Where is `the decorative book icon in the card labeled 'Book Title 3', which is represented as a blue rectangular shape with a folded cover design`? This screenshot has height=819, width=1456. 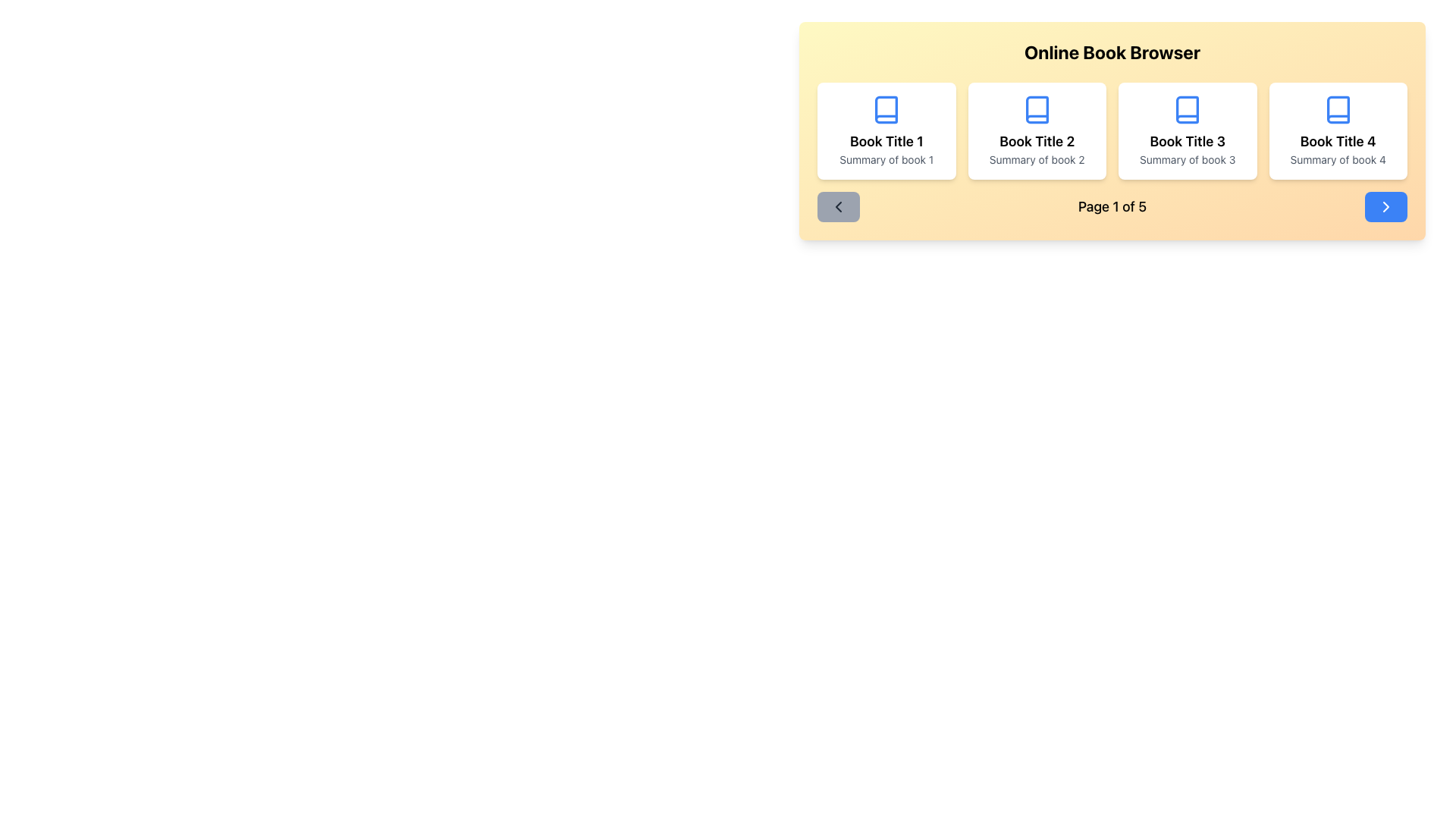 the decorative book icon in the card labeled 'Book Title 3', which is represented as a blue rectangular shape with a folded cover design is located at coordinates (1187, 109).